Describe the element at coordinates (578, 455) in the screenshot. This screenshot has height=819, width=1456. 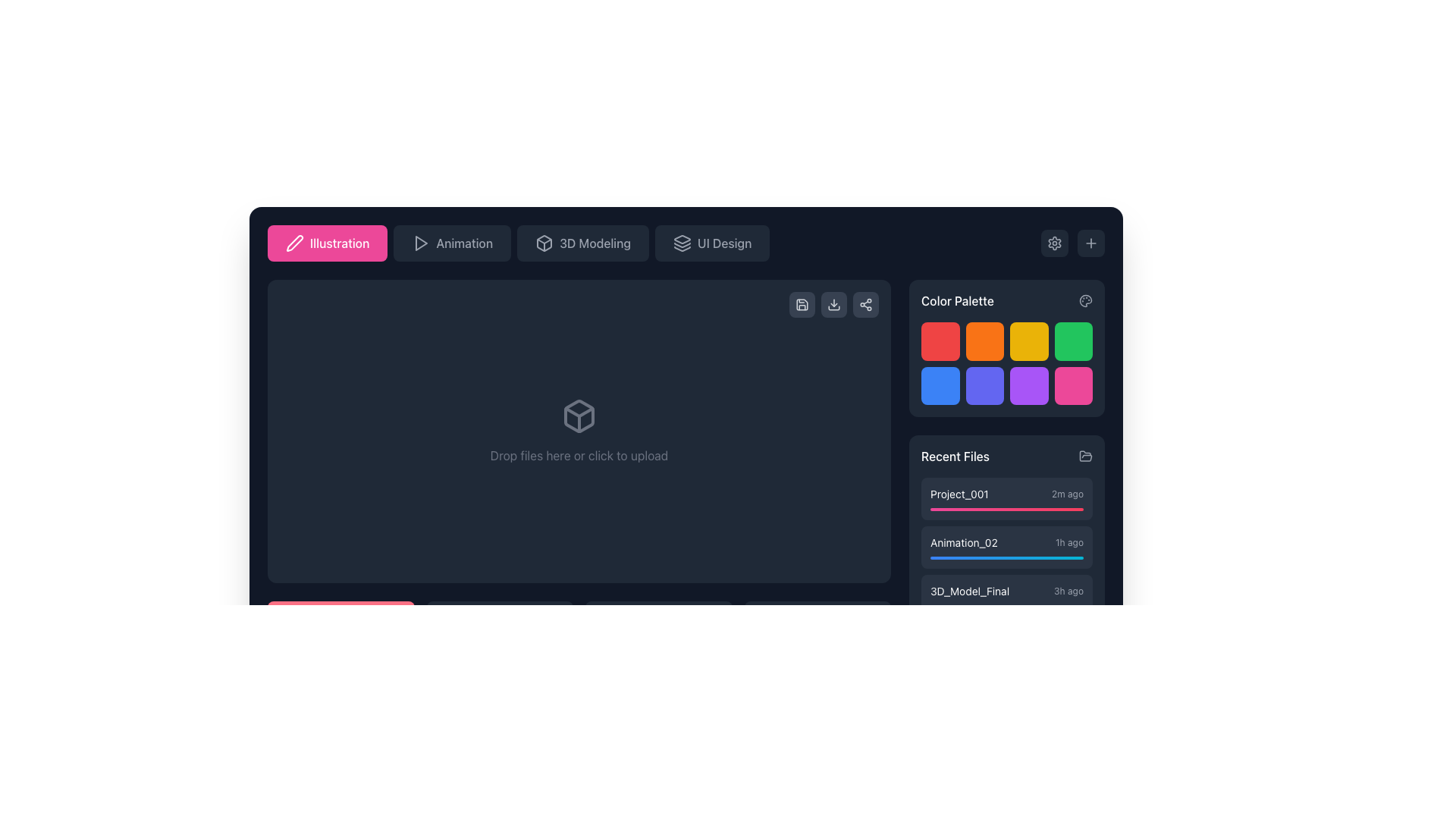
I see `the informational text that guides the user in uploading files, located centrally beneath the 3D box icon` at that location.